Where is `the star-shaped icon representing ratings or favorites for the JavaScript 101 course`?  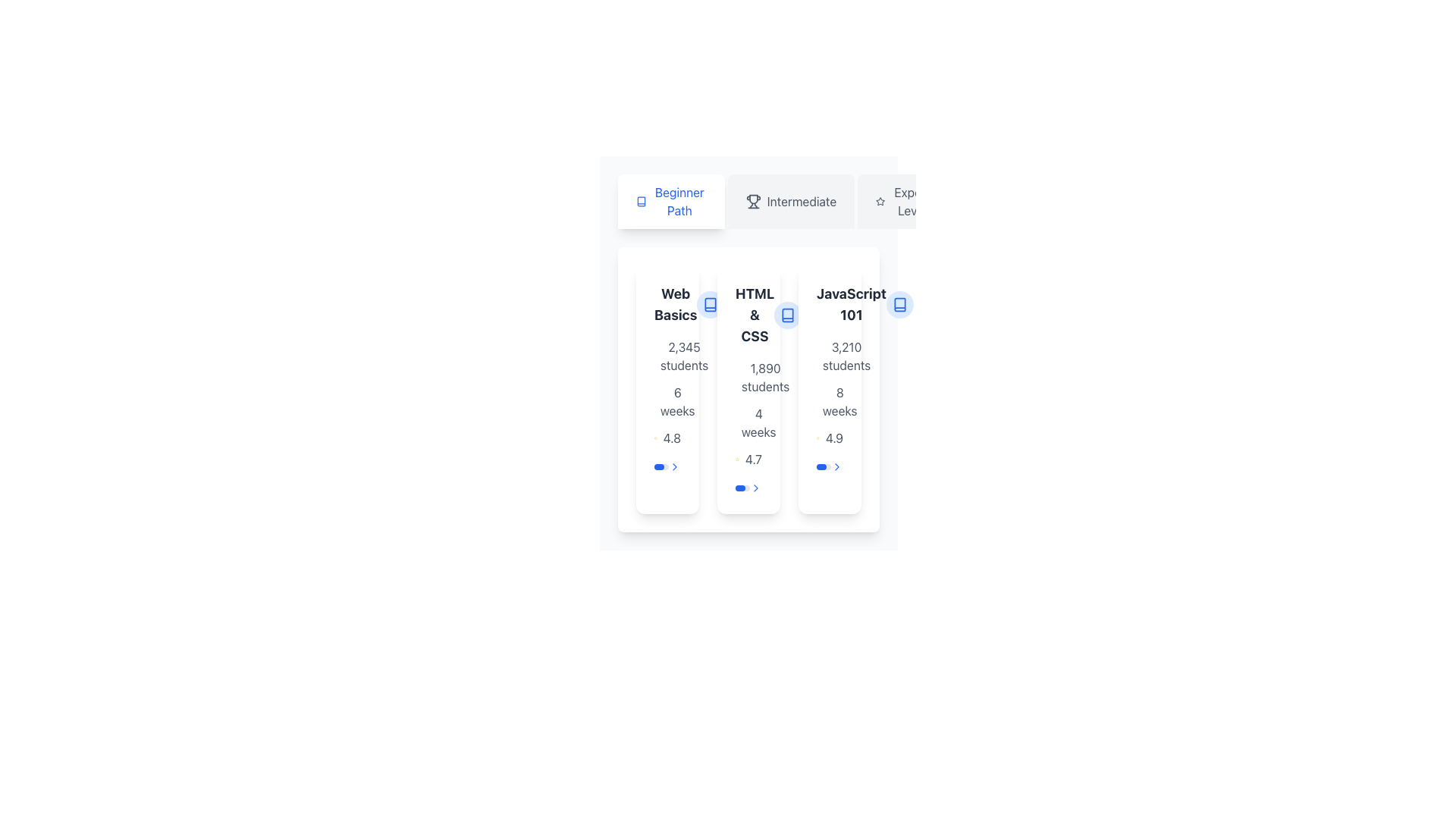 the star-shaped icon representing ratings or favorites for the JavaScript 101 course is located at coordinates (880, 200).